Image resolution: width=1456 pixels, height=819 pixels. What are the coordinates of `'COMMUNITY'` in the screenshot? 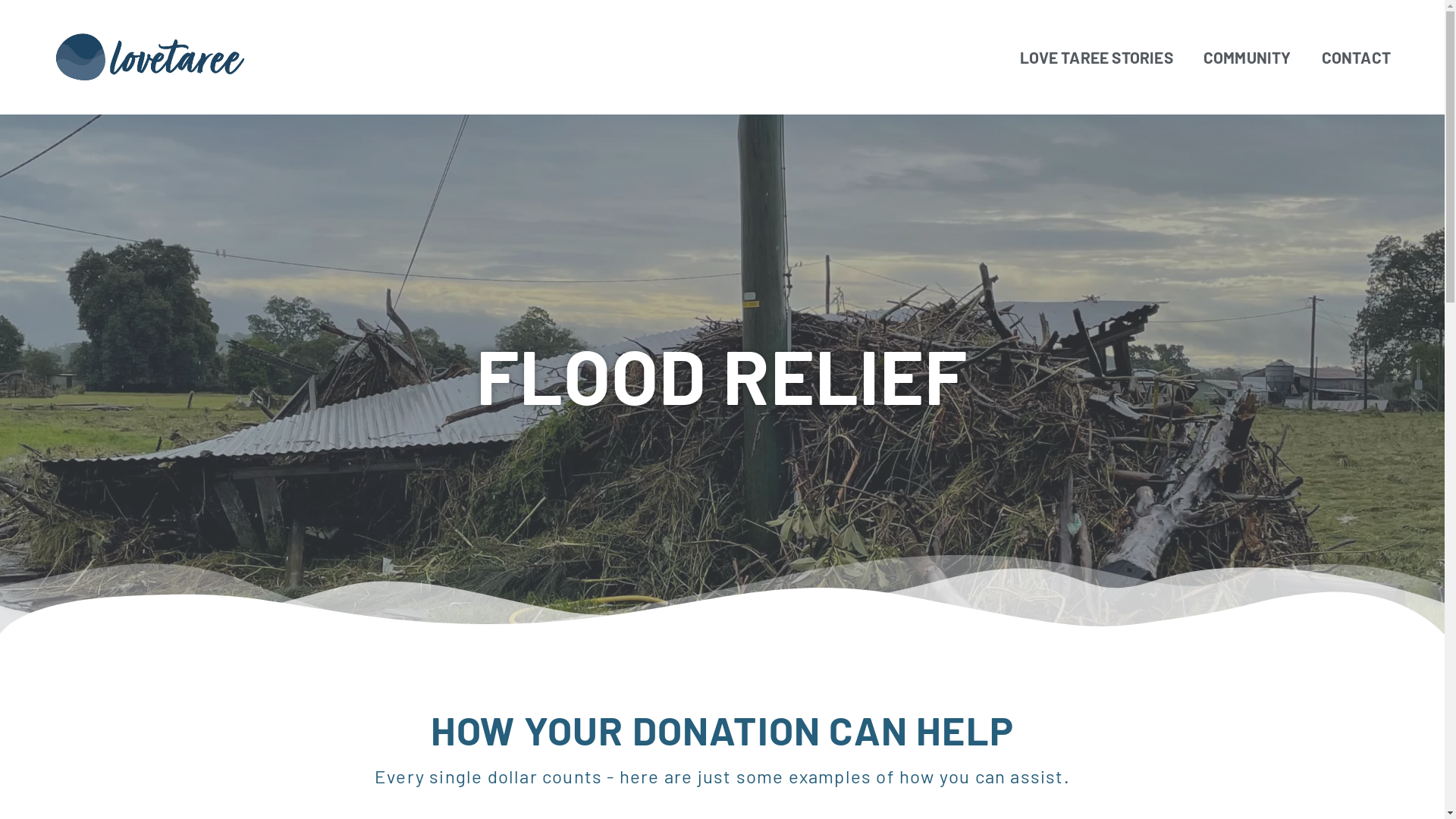 It's located at (1247, 57).